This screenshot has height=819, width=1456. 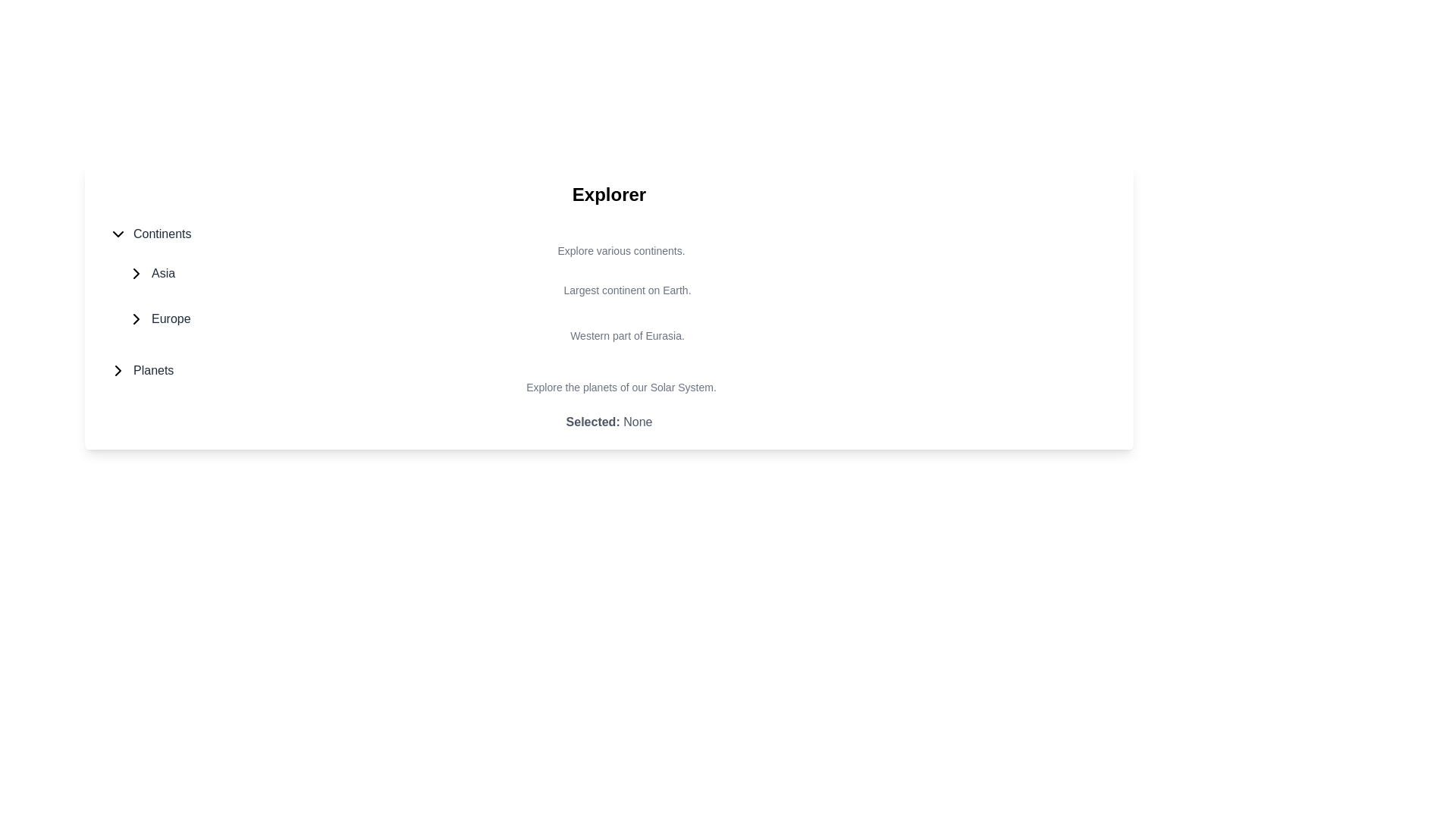 I want to click on the list item for 'Europe' in the 'Explorer' section, so click(x=615, y=326).